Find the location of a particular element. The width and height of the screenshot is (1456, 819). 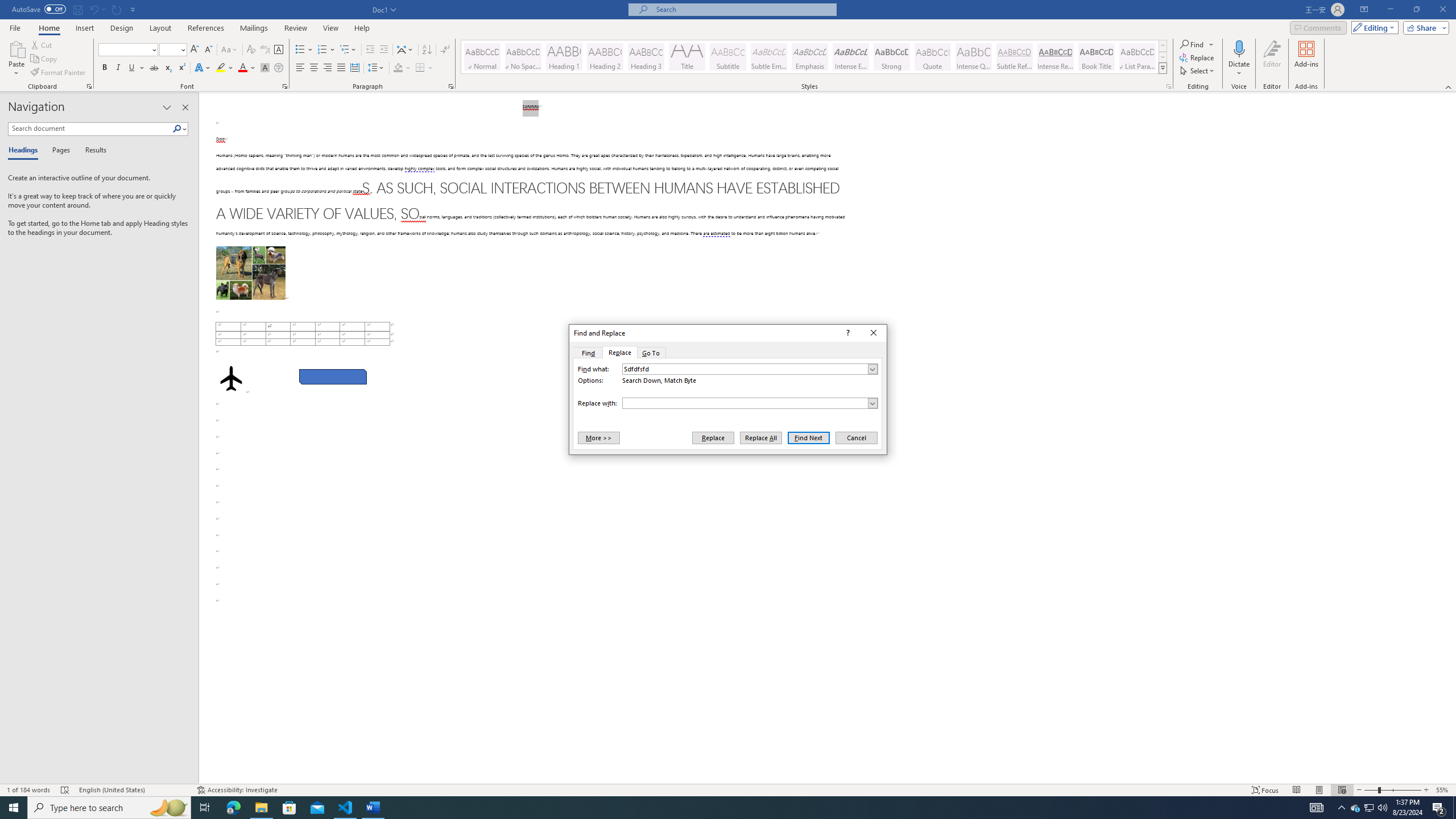

'Zoom 55%' is located at coordinates (1443, 790).